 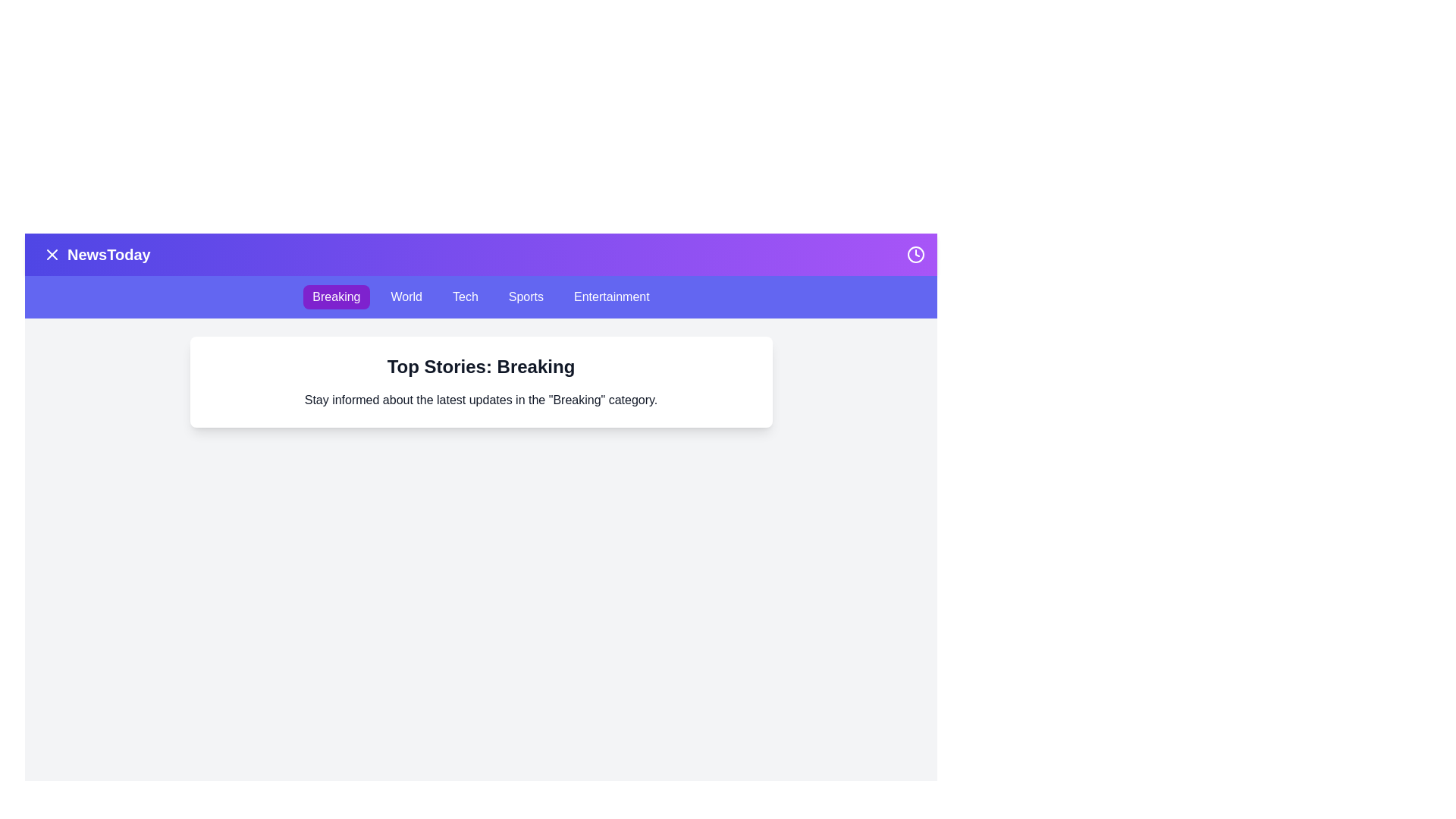 What do you see at coordinates (52, 253) in the screenshot?
I see `the menu button to toggle the menu visibility` at bounding box center [52, 253].